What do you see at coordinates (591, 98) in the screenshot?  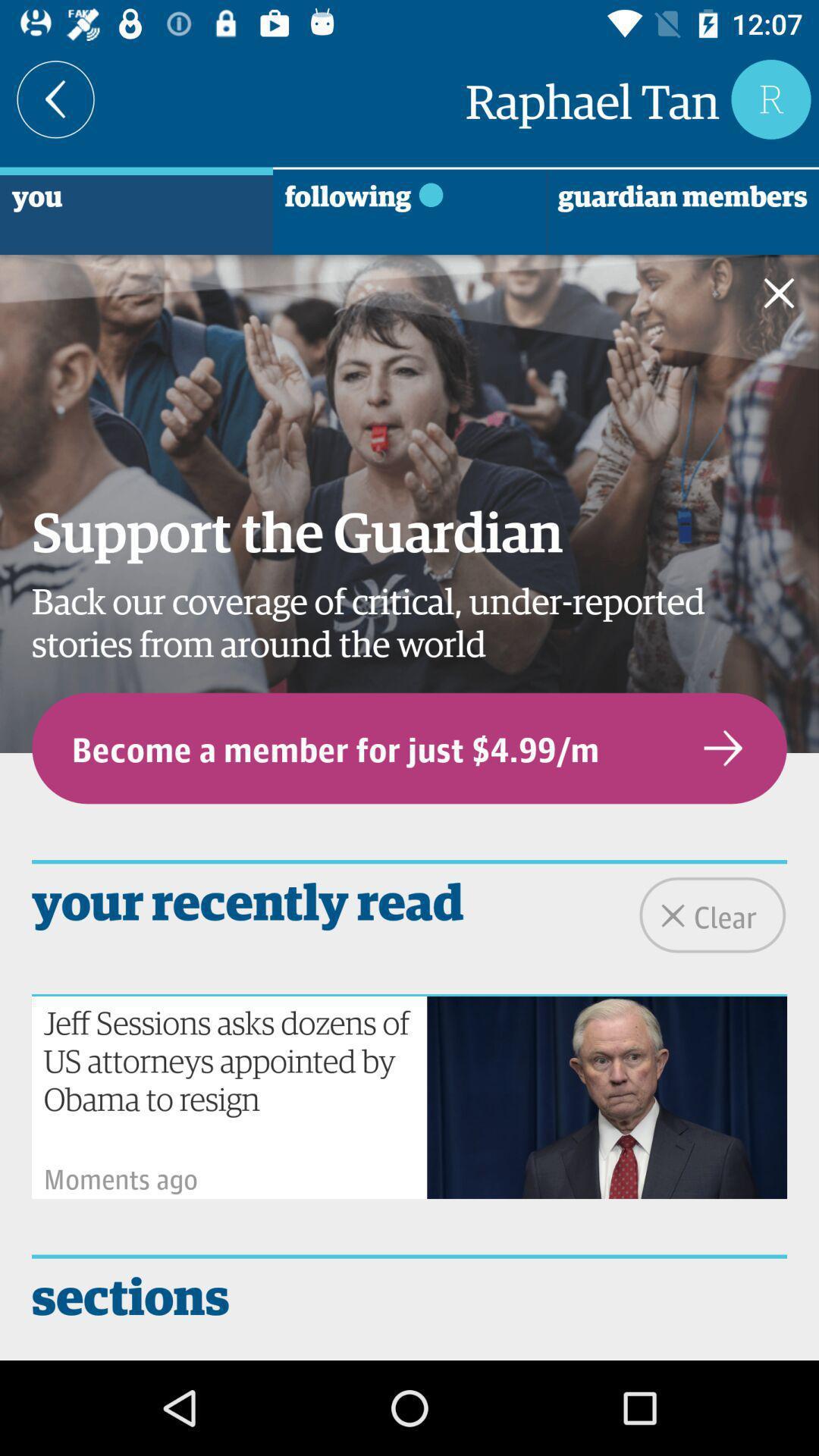 I see `raphael tan` at bounding box center [591, 98].